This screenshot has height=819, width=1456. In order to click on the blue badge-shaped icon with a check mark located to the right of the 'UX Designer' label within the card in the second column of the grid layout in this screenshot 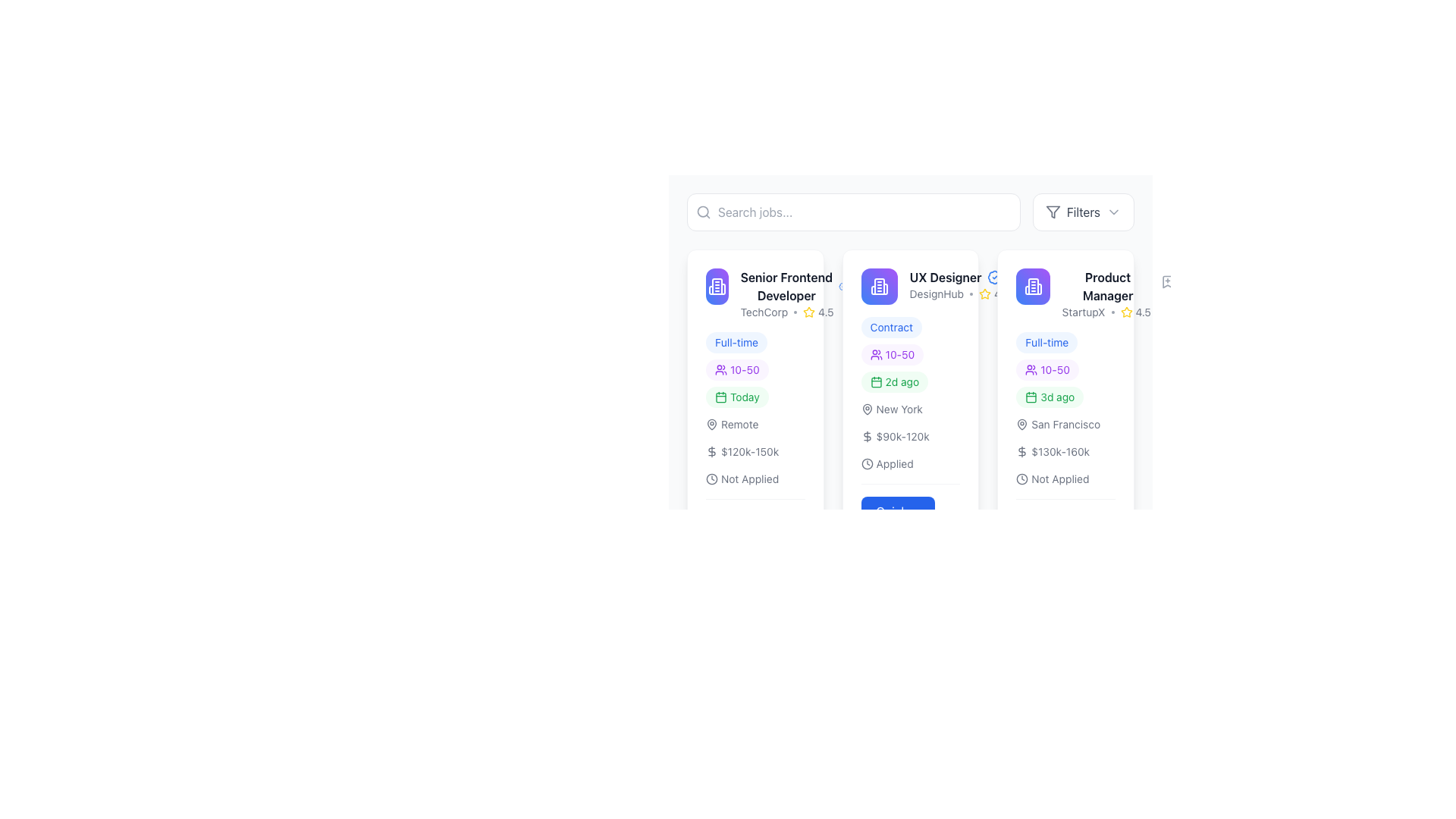, I will do `click(995, 278)`.